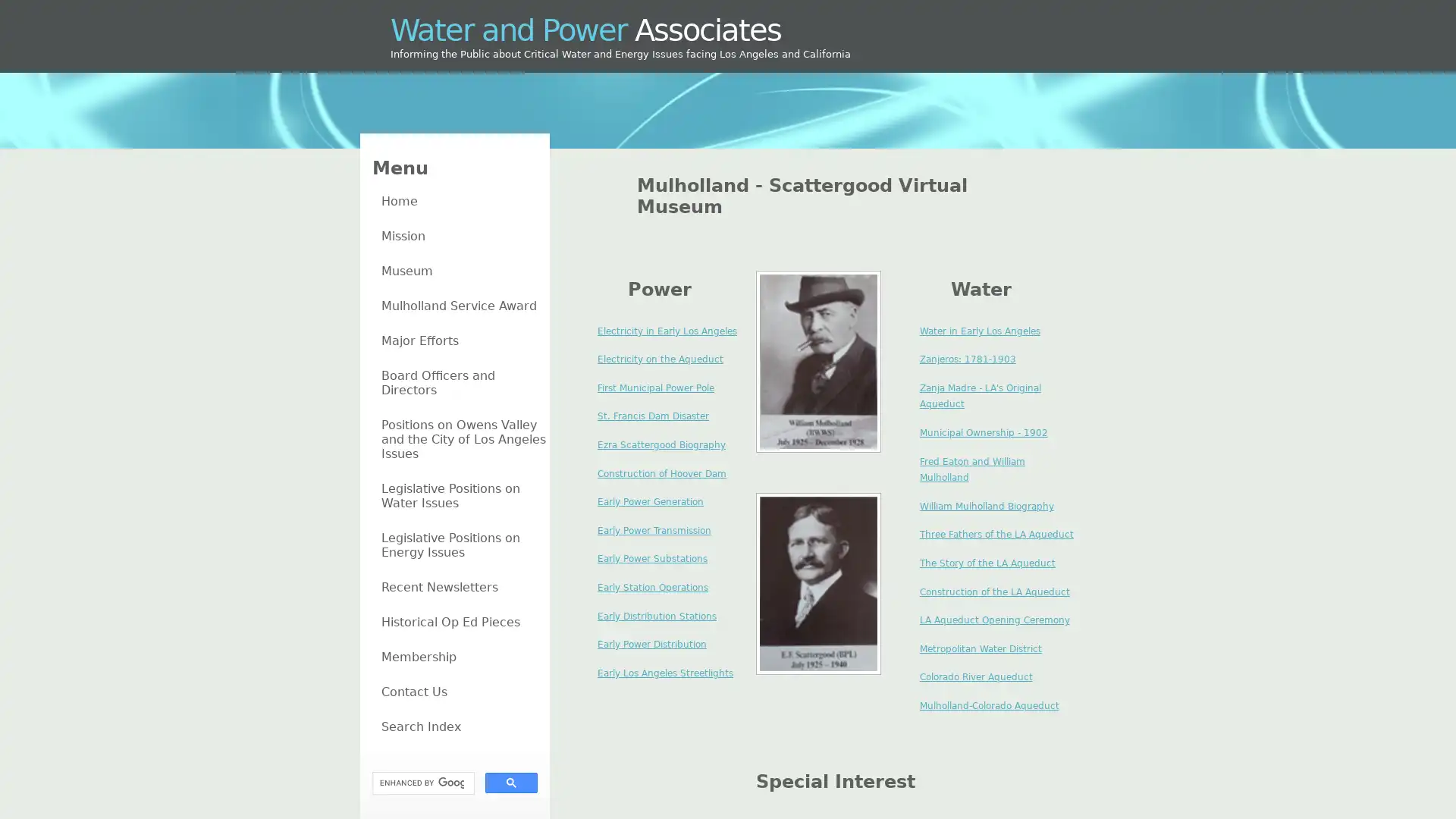 This screenshot has height=819, width=1456. Describe the element at coordinates (511, 783) in the screenshot. I see `search` at that location.